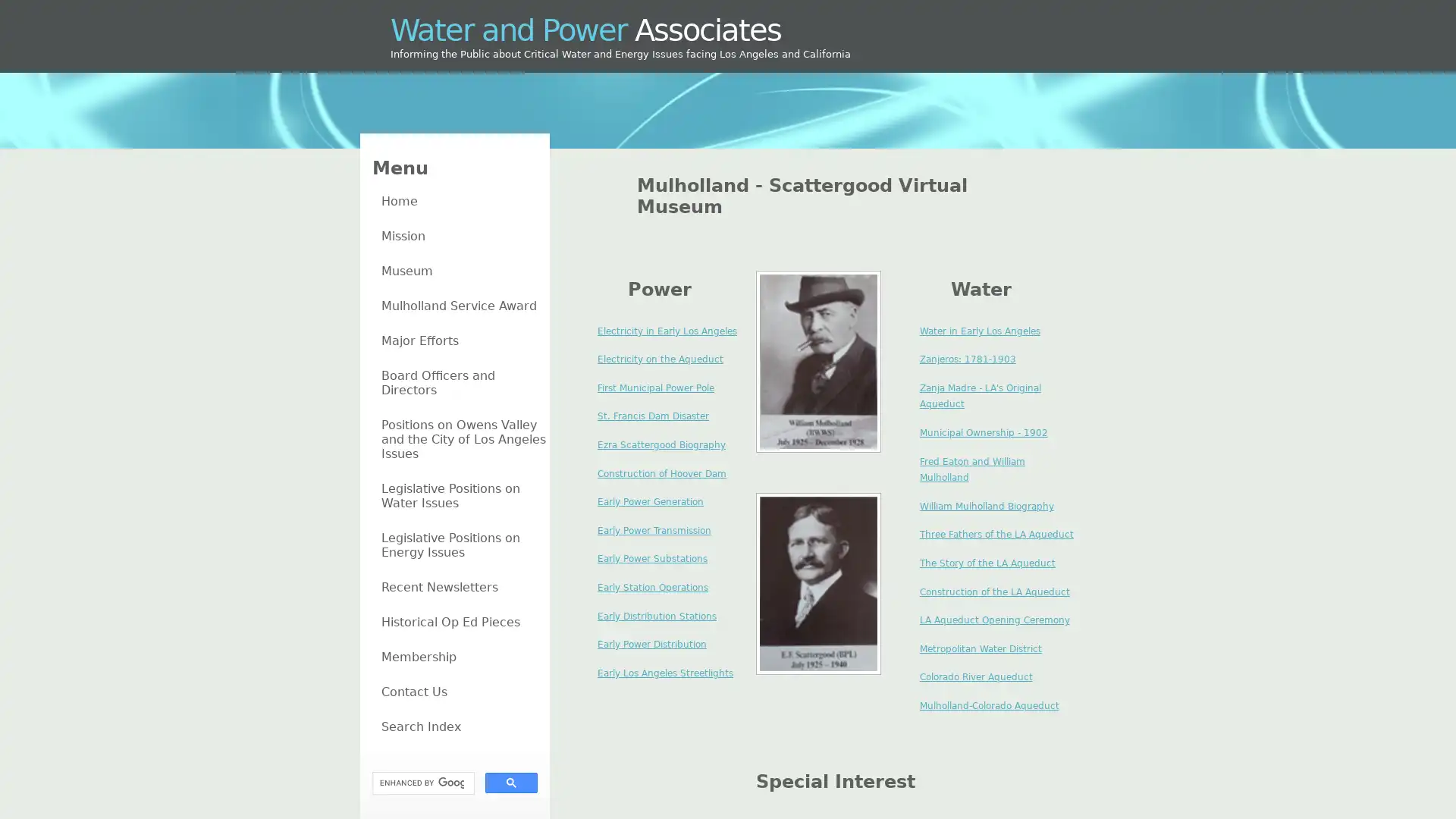 This screenshot has height=819, width=1456. Describe the element at coordinates (511, 783) in the screenshot. I see `search` at that location.